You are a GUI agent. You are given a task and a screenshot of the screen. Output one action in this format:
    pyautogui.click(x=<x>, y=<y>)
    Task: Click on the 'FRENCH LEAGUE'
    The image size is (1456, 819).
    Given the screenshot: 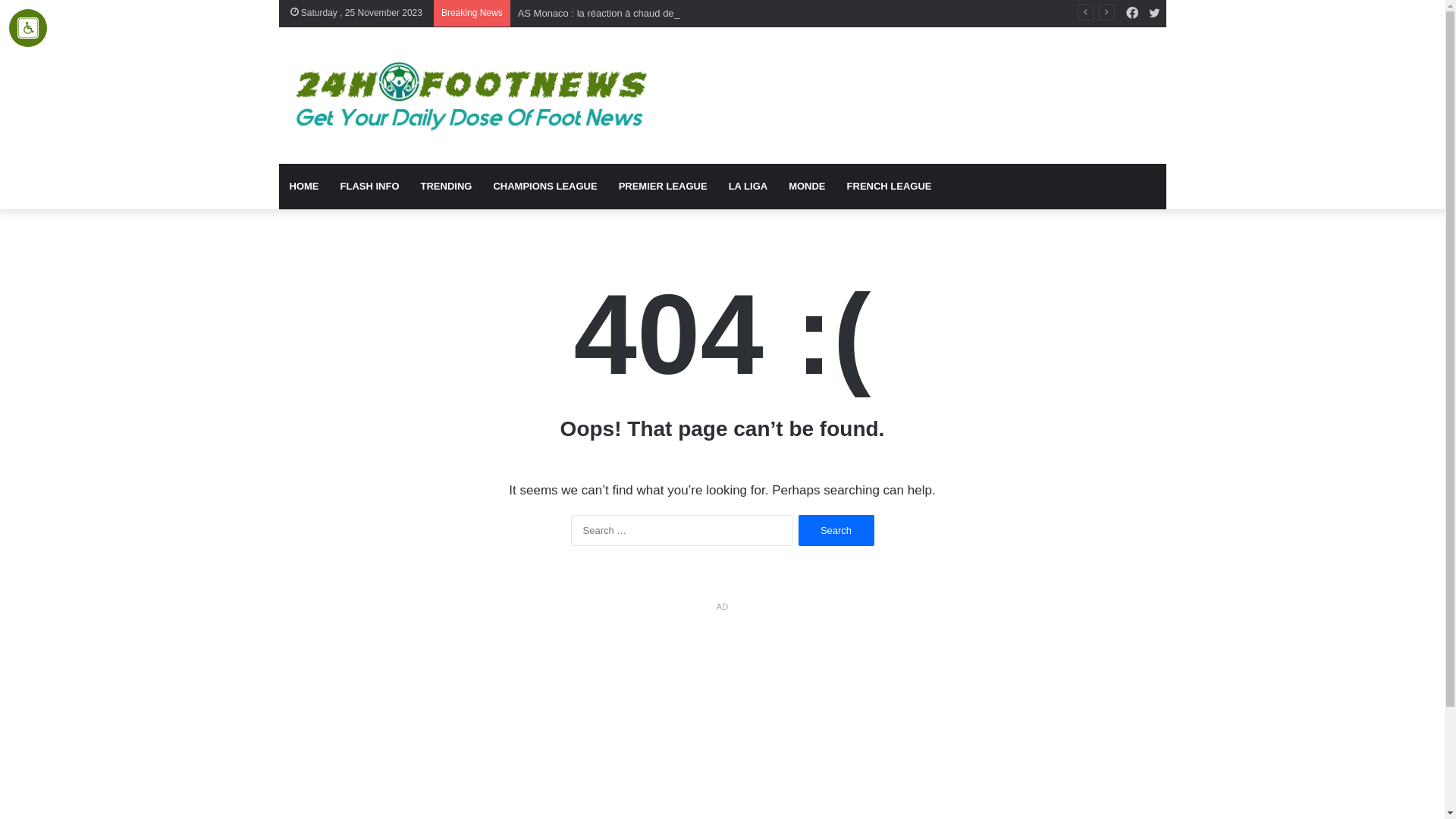 What is the action you would take?
    pyautogui.click(x=889, y=186)
    